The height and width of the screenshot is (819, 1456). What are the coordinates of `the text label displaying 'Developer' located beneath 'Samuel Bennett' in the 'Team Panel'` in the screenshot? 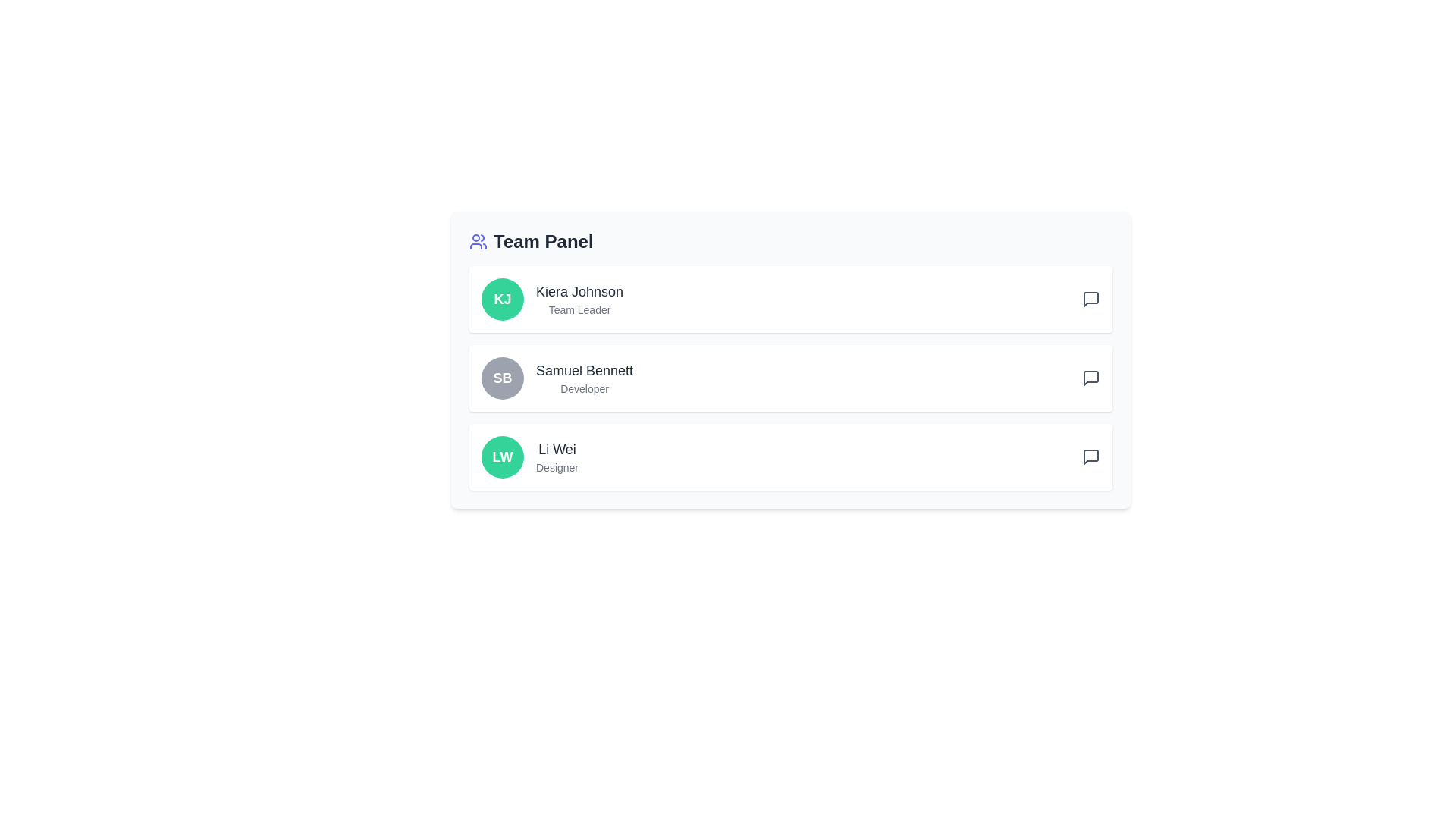 It's located at (584, 388).